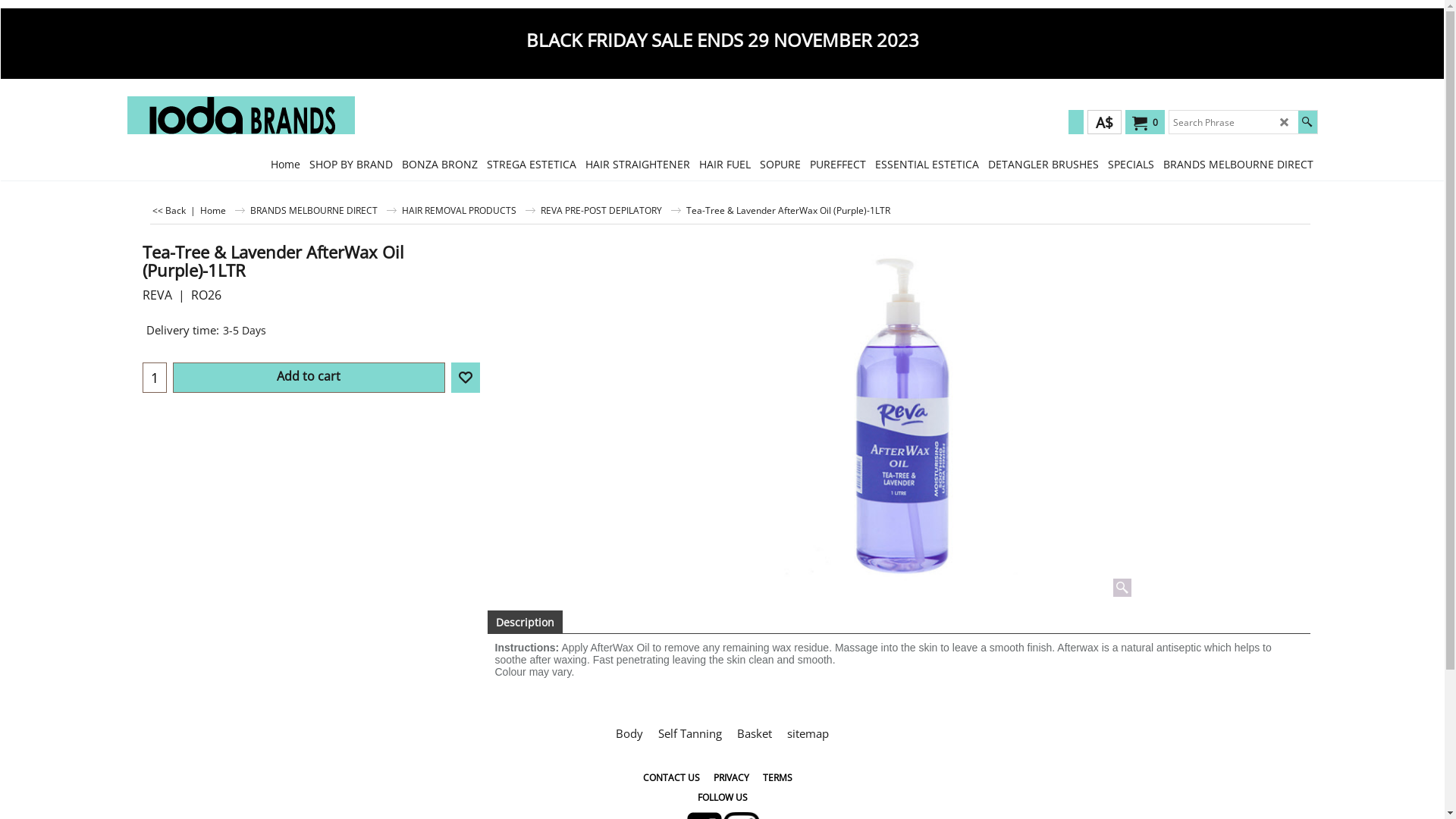  Describe the element at coordinates (307, 376) in the screenshot. I see `'Add to cart'` at that location.